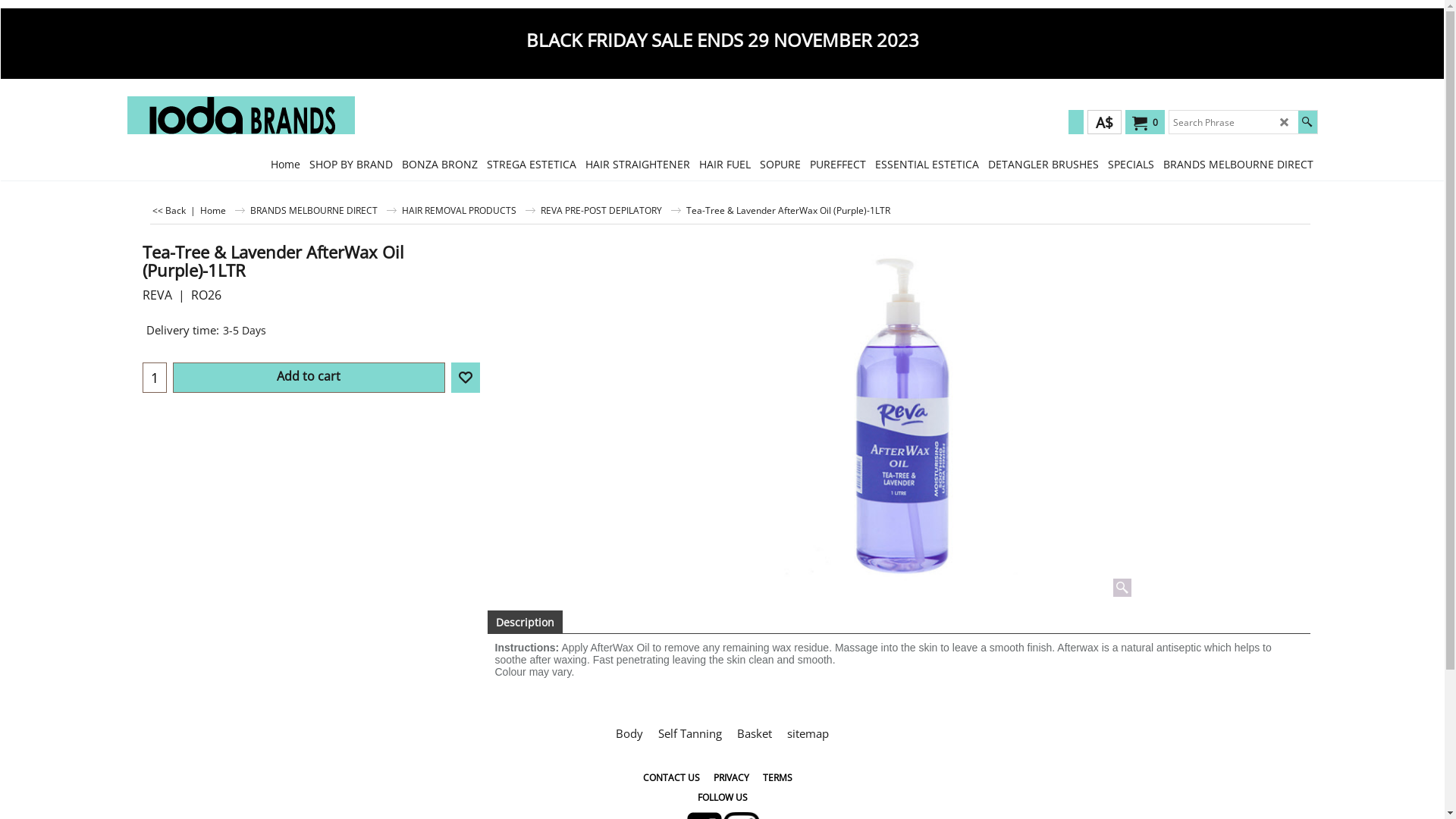  Describe the element at coordinates (307, 376) in the screenshot. I see `'Add to cart'` at that location.